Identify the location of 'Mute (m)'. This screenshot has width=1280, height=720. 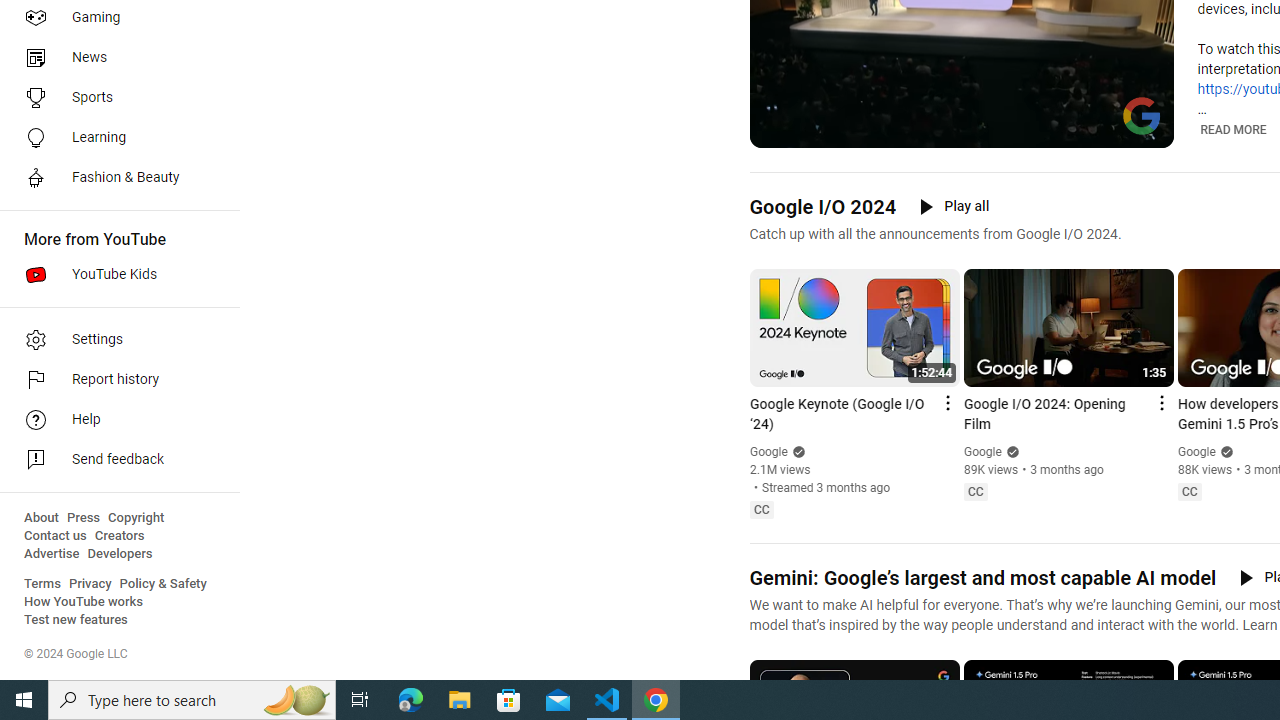
(816, 130).